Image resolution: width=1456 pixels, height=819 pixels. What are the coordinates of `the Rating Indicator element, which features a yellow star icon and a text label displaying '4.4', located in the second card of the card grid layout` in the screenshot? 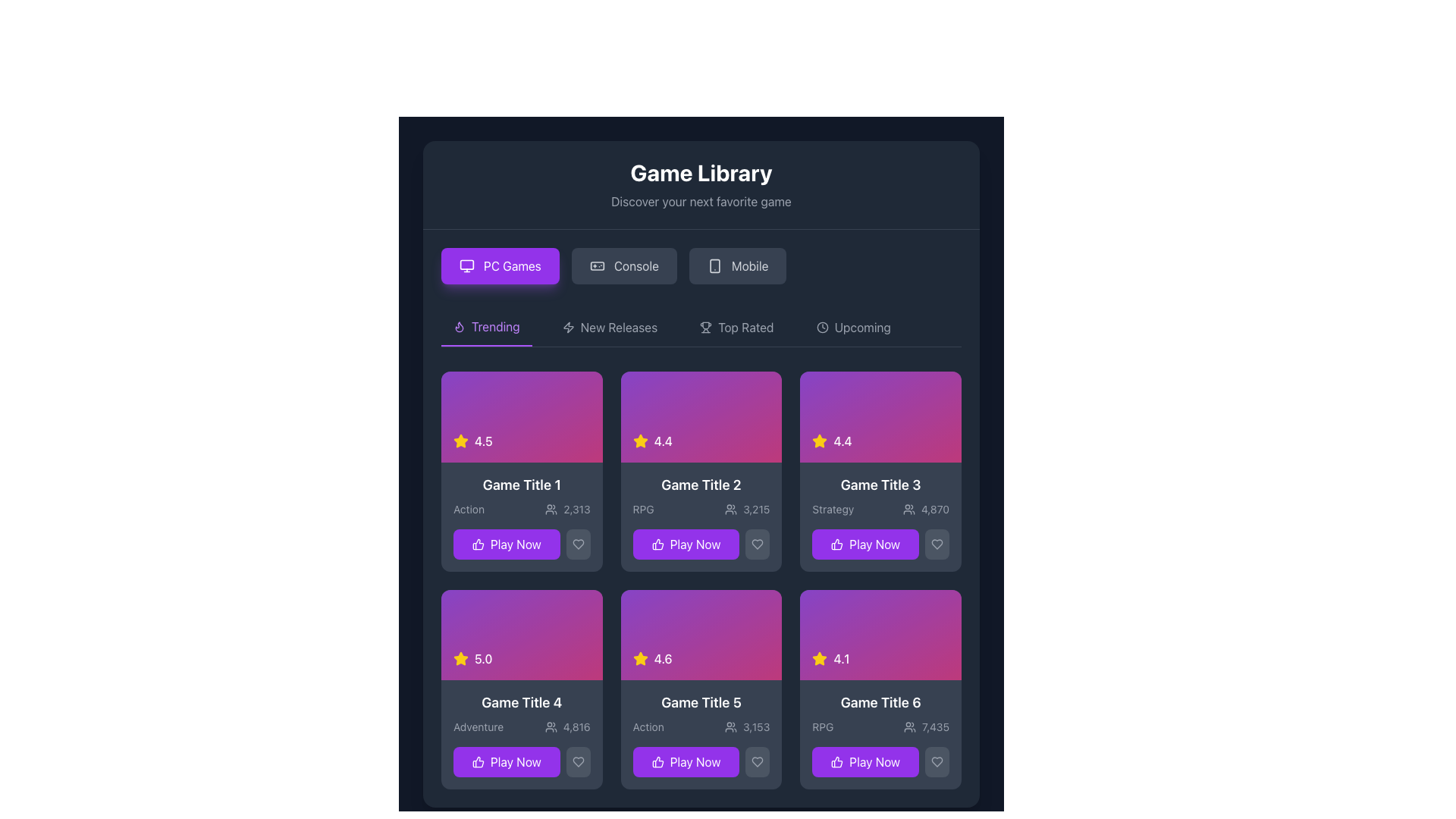 It's located at (831, 441).